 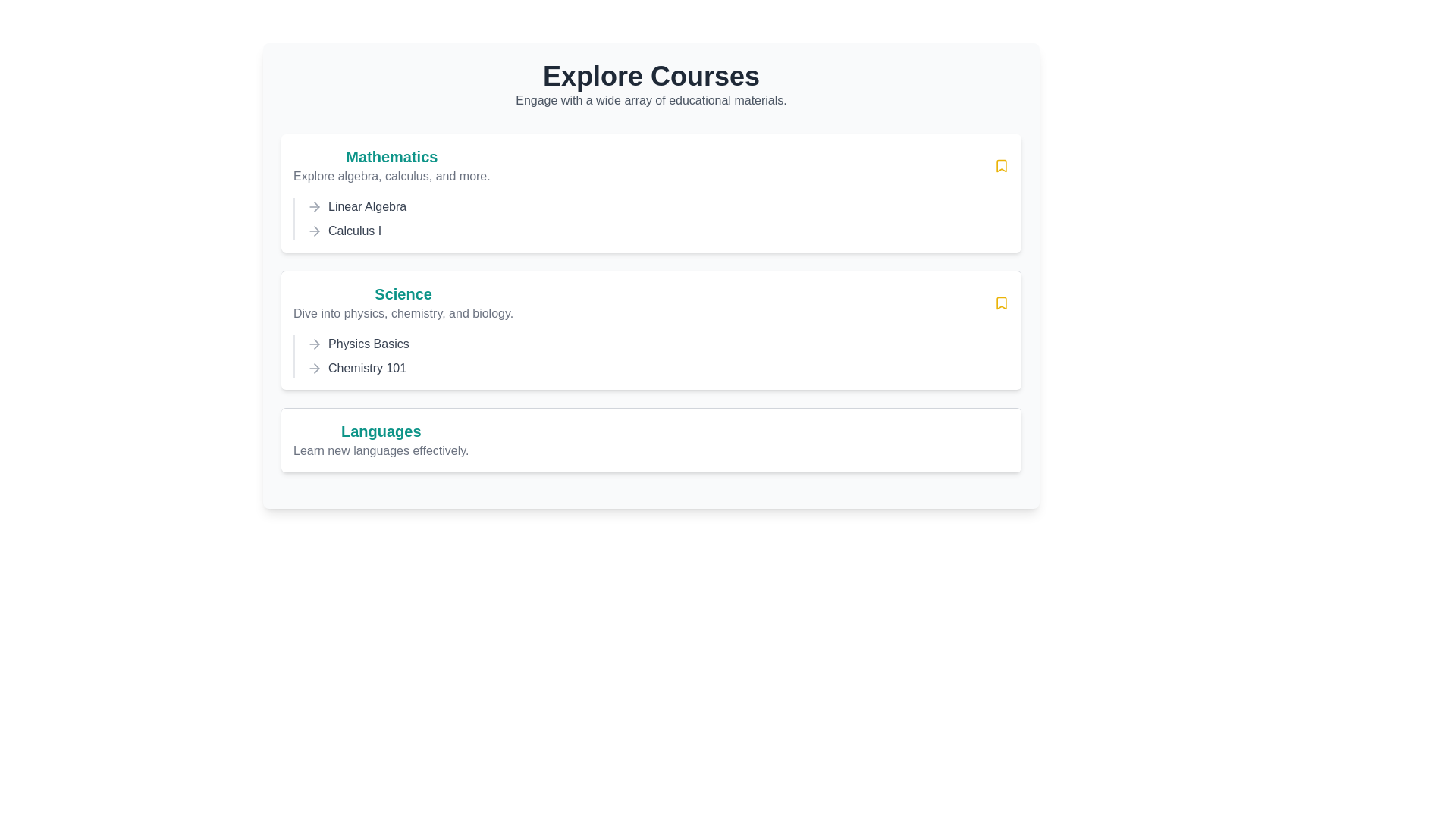 I want to click on the 'Mathematics' hyperlink, which is displayed in bold teal font and is the first header in the 'Explore Courses' section, so click(x=391, y=157).